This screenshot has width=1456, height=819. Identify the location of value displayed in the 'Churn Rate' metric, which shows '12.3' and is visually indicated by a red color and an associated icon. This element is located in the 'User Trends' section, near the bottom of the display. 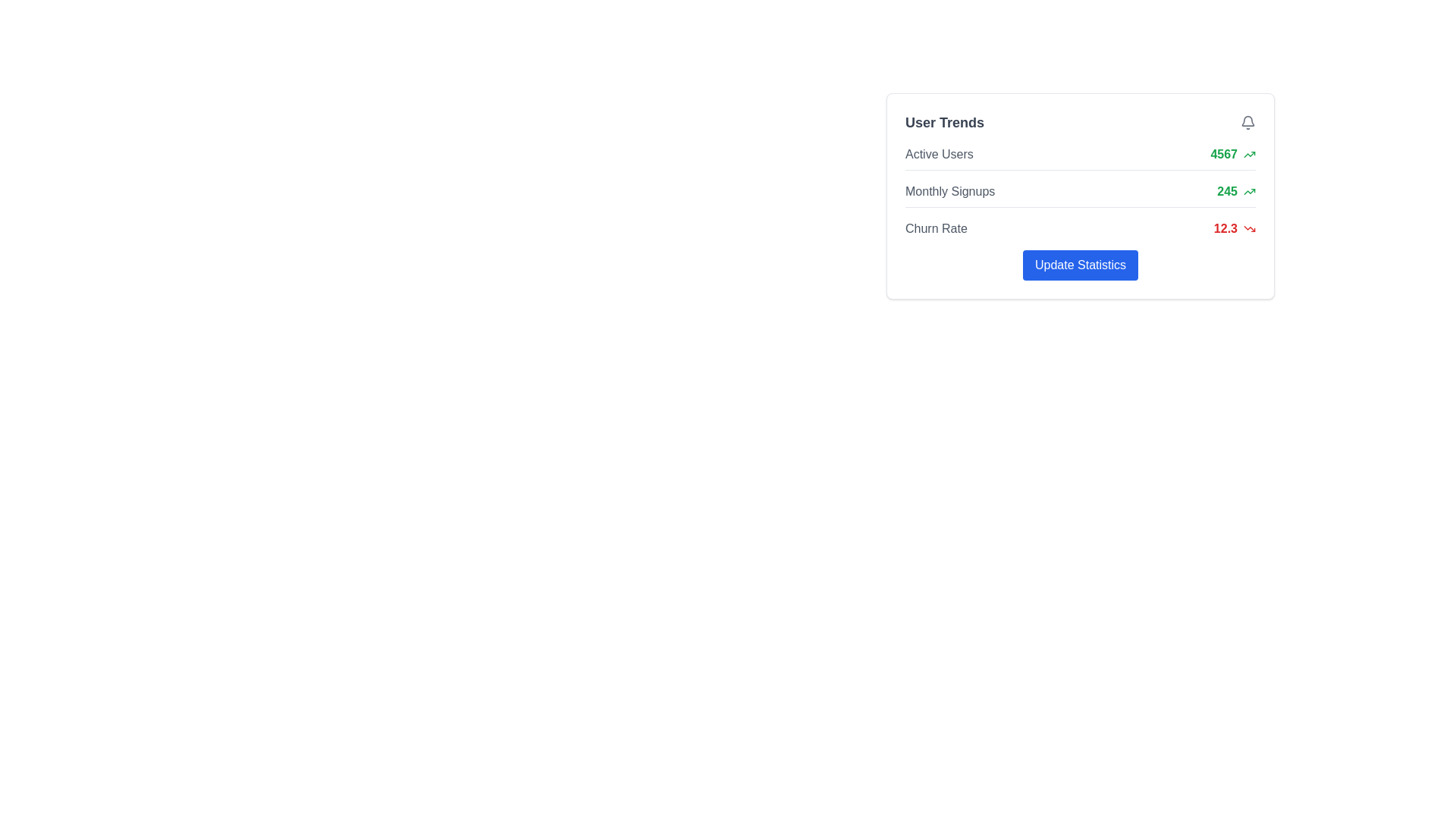
(1235, 228).